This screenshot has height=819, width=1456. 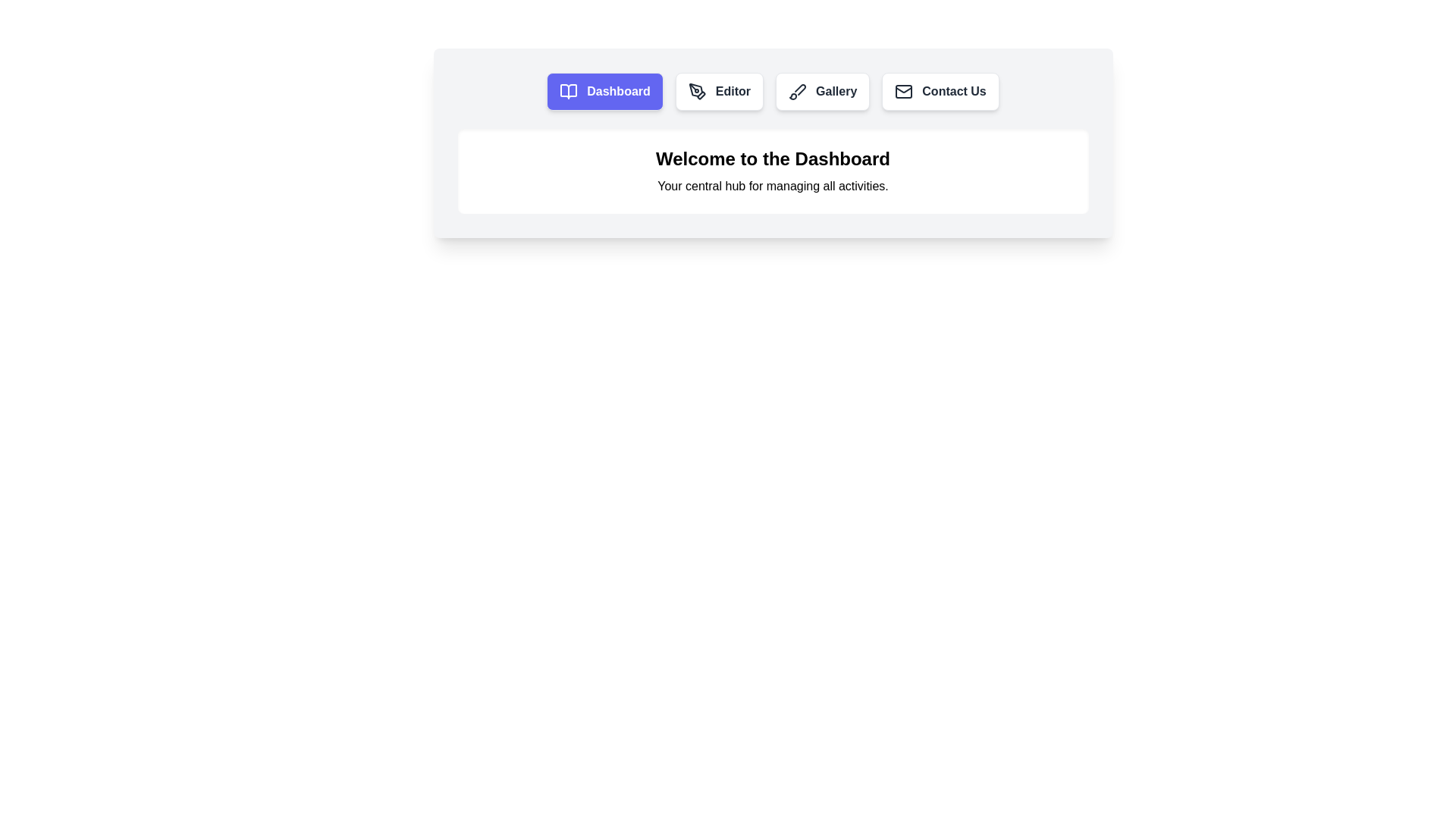 I want to click on the 'Gallery' button, which is a rounded rectangular button with a brush icon and bold label, located between the 'Editor' and 'Contact Us' buttons, so click(x=822, y=91).